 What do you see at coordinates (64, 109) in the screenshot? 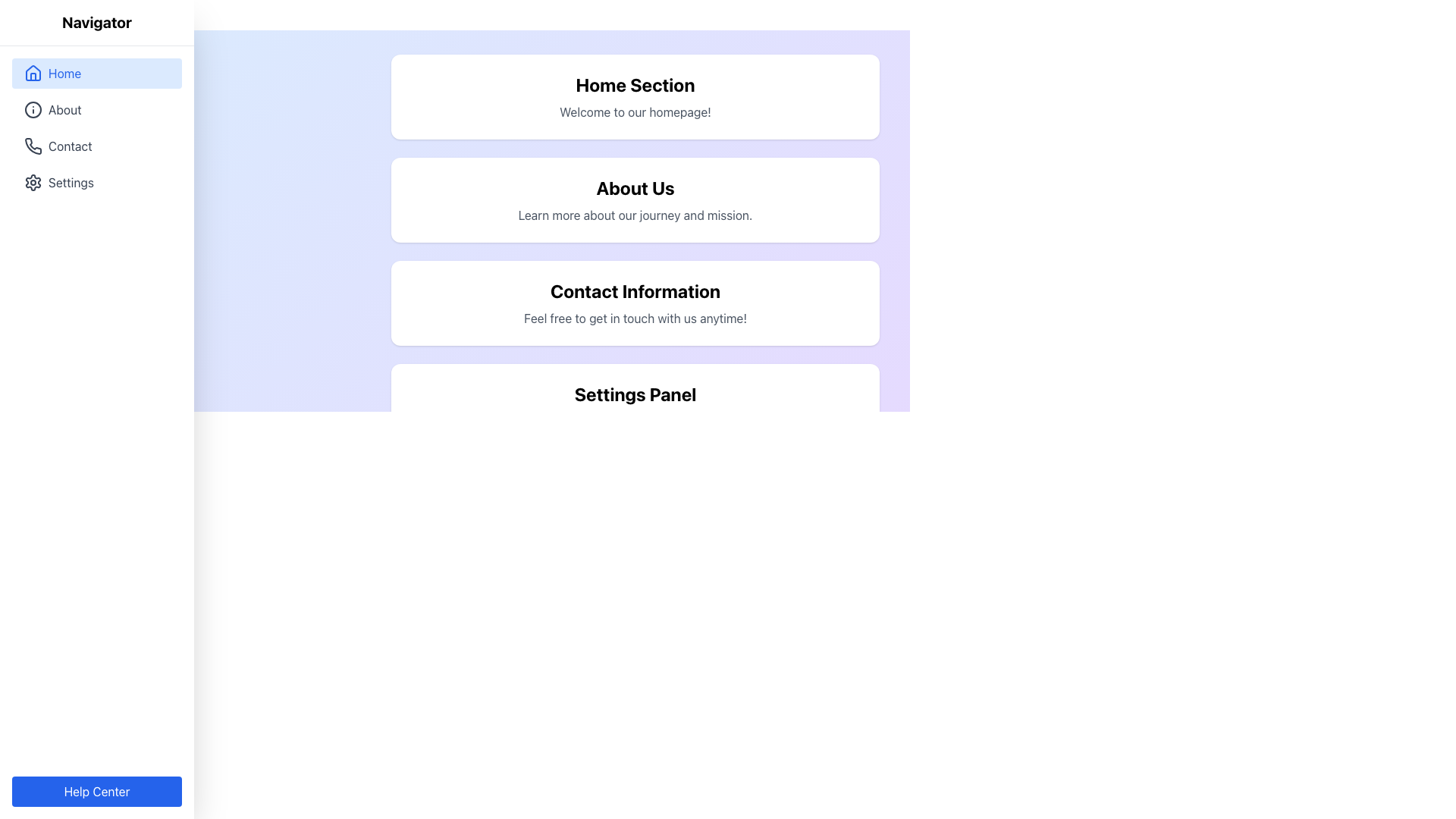
I see `the 'About' text label in the left-side vertical navigation panel, which indicates the corresponding section of the interface` at bounding box center [64, 109].